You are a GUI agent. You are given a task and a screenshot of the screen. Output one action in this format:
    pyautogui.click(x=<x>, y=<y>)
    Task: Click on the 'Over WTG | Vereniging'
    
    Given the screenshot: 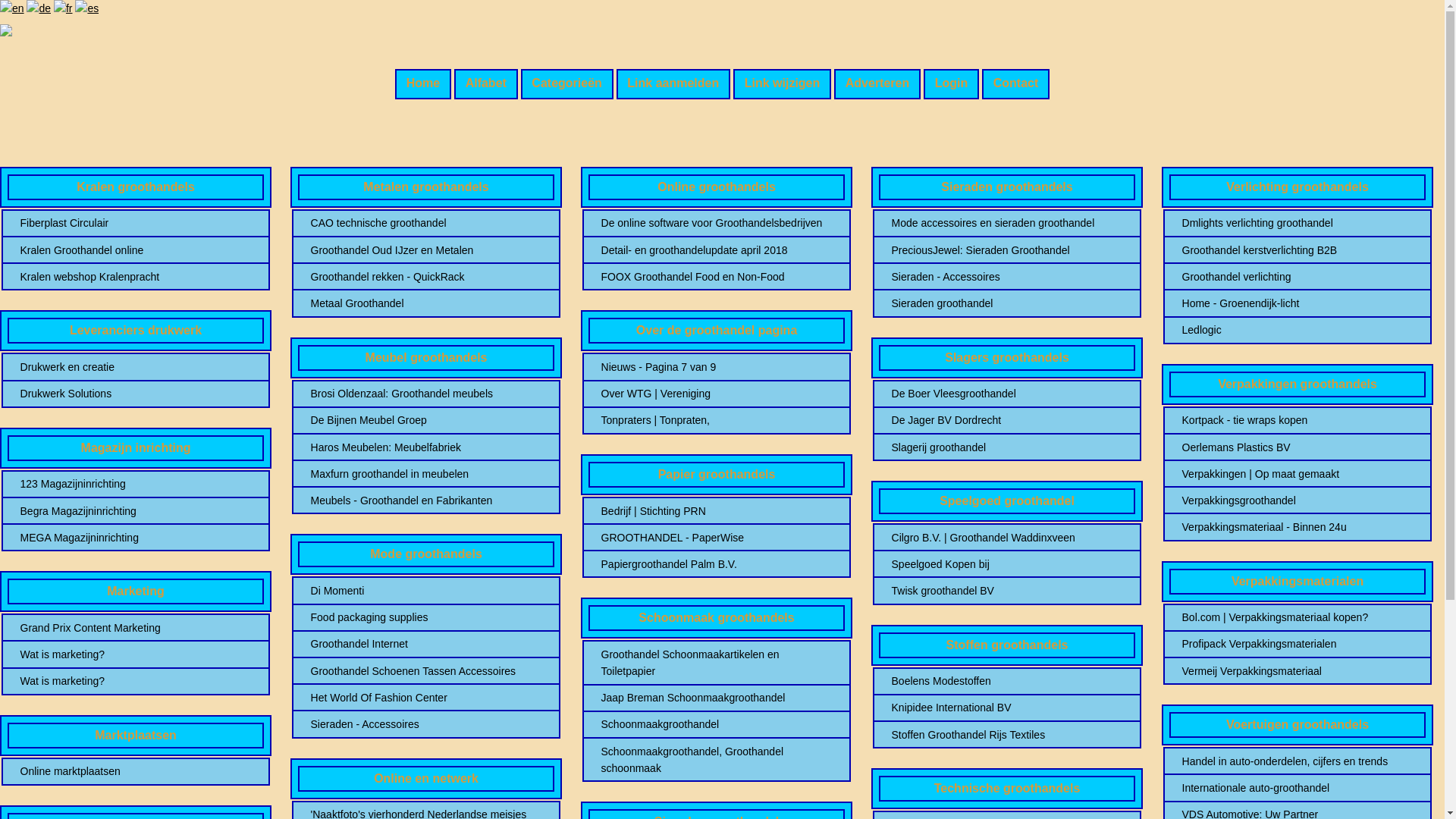 What is the action you would take?
    pyautogui.click(x=716, y=393)
    